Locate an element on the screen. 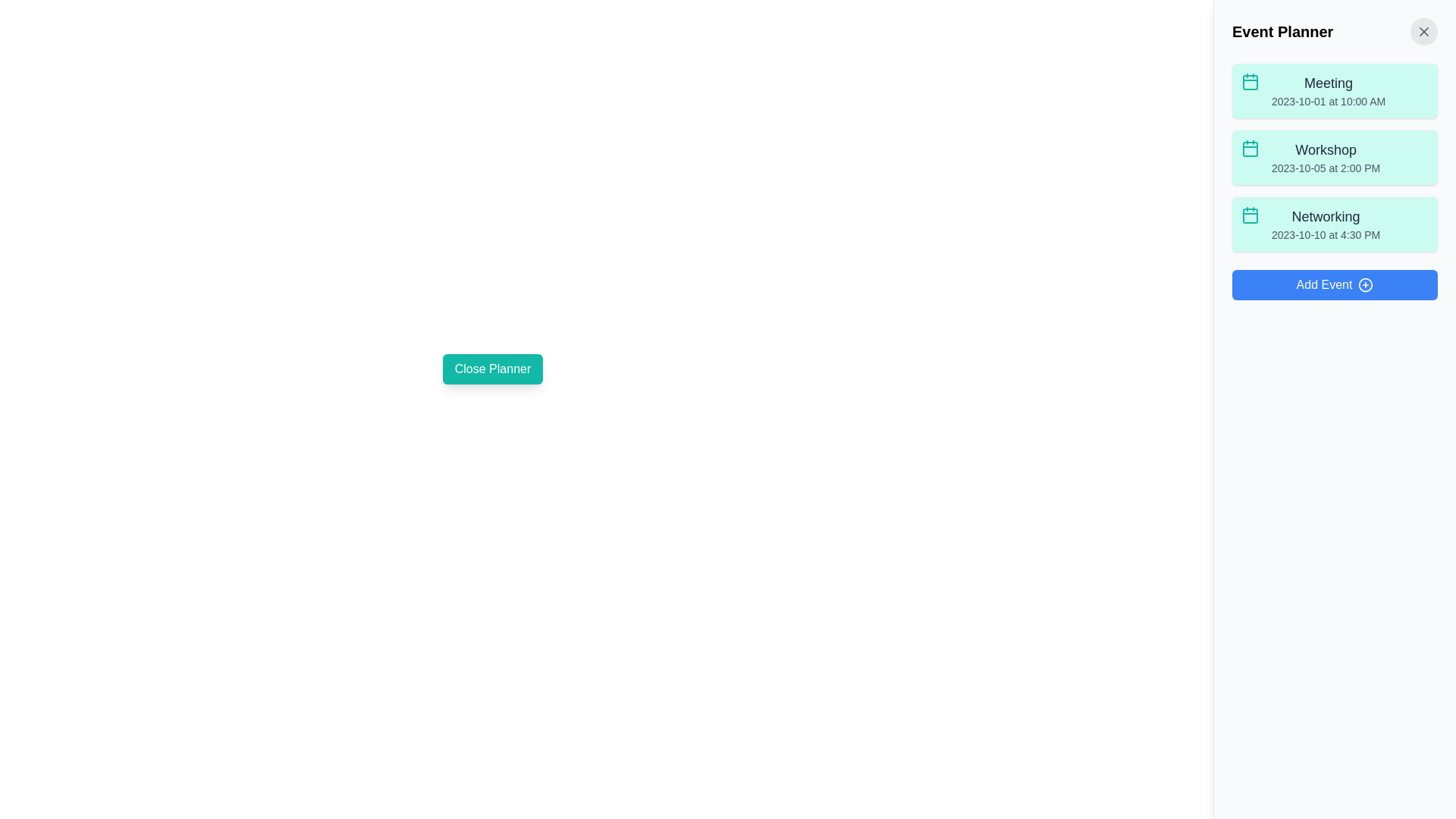 This screenshot has height=819, width=1456. the details of the 'Networking' event displayed in the Text Block, which includes the title and scheduled date and time is located at coordinates (1325, 224).